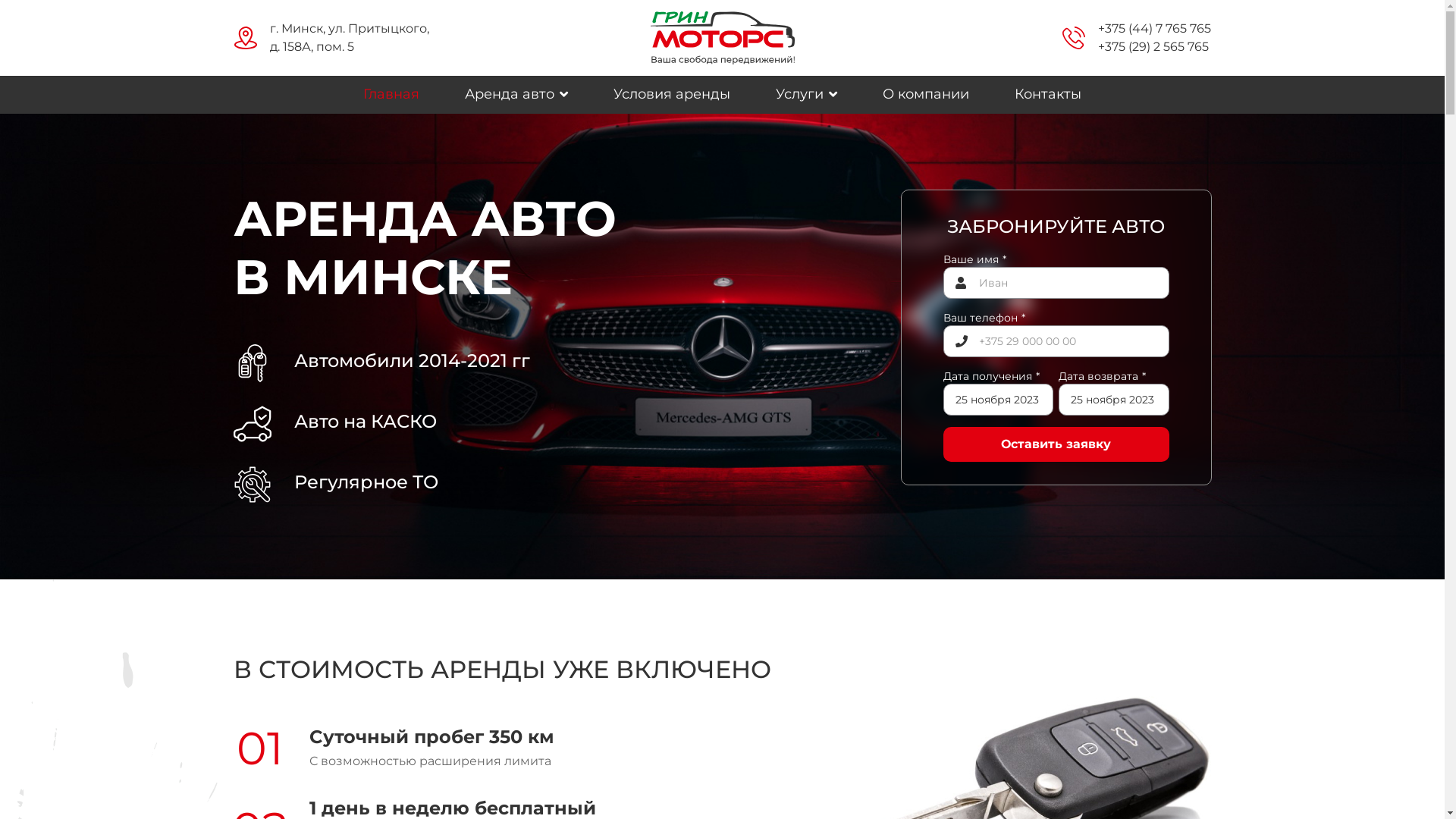 The width and height of the screenshot is (1456, 819). I want to click on '+375 (44) 7 765 765', so click(1153, 28).